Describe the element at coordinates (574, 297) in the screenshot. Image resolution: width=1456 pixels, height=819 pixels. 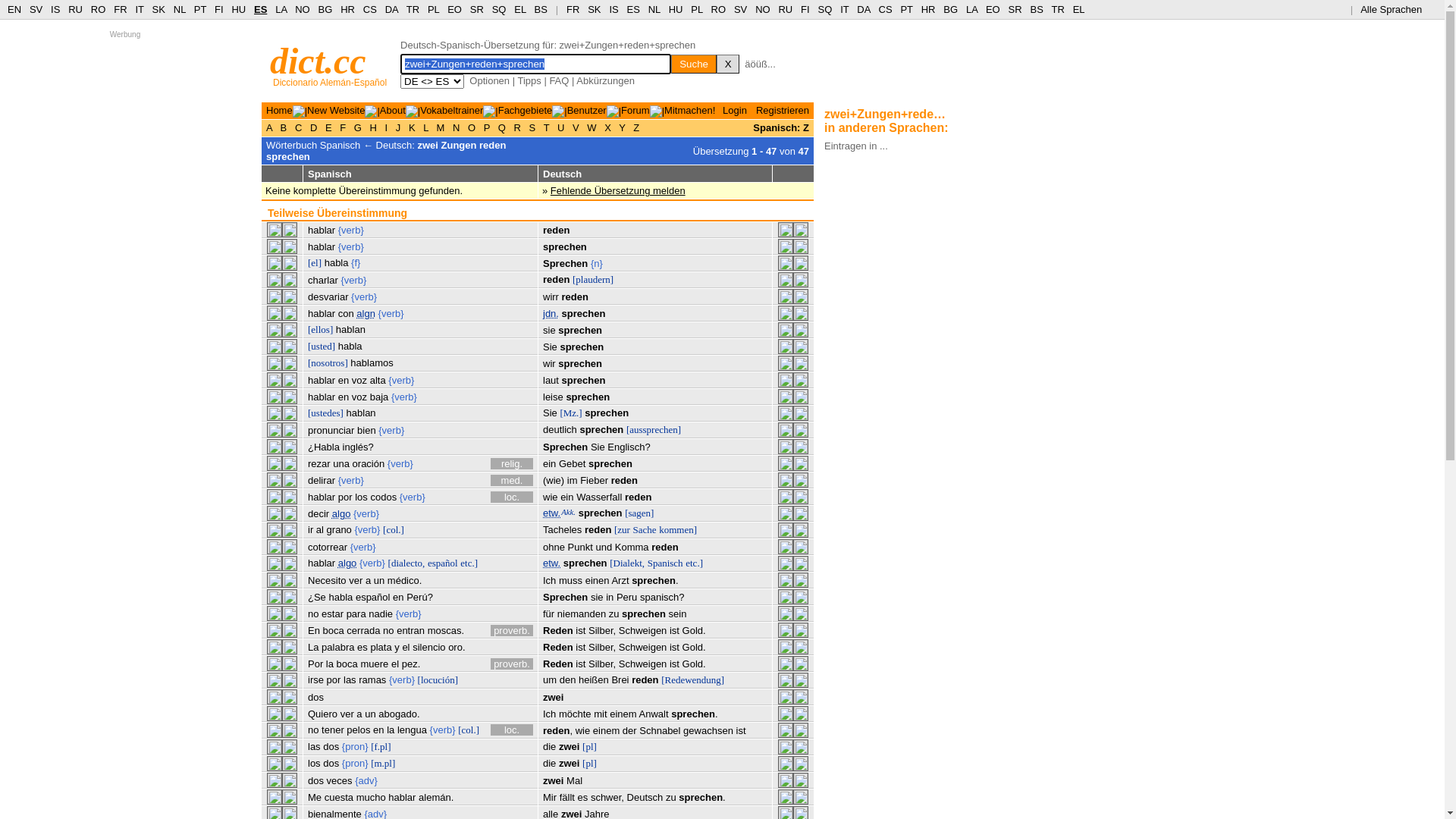
I see `'reden'` at that location.